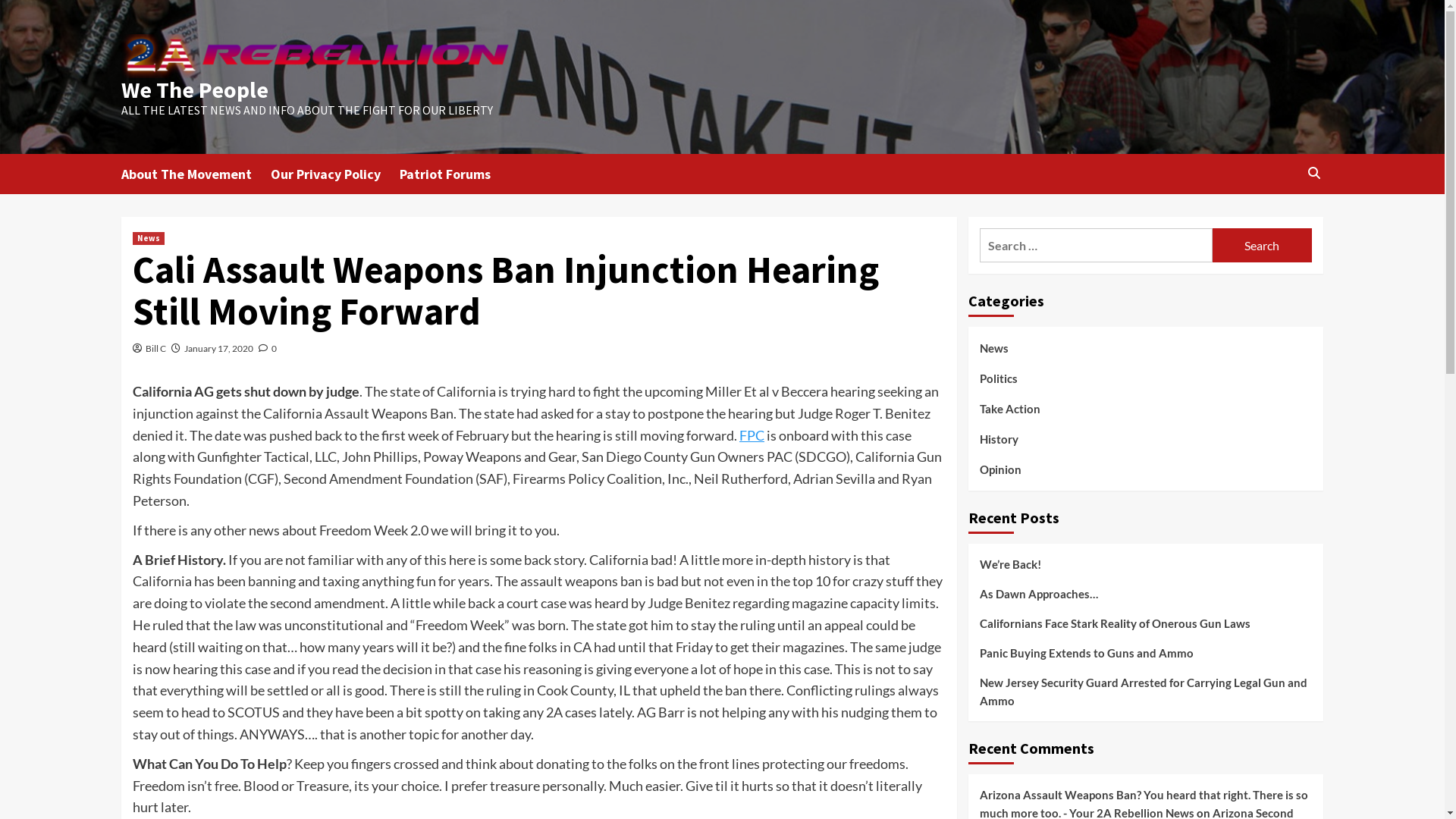  What do you see at coordinates (1146, 629) in the screenshot?
I see `'Californians Face Stark Reality of Onerous Gun Laws'` at bounding box center [1146, 629].